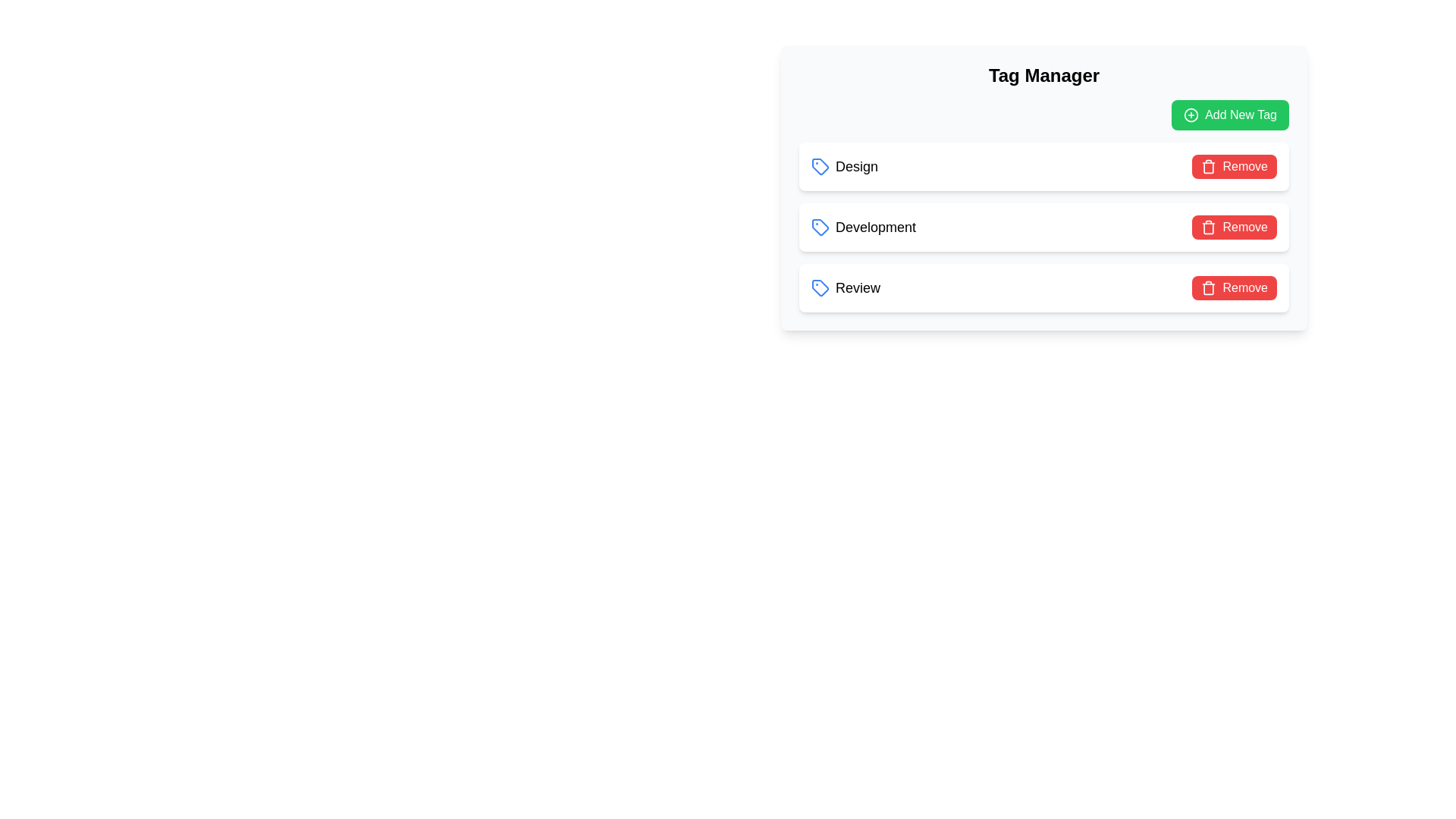 Image resolution: width=1456 pixels, height=819 pixels. What do you see at coordinates (819, 166) in the screenshot?
I see `the blue tag icon located in the 'Design' section, positioned before the 'Design' text` at bounding box center [819, 166].